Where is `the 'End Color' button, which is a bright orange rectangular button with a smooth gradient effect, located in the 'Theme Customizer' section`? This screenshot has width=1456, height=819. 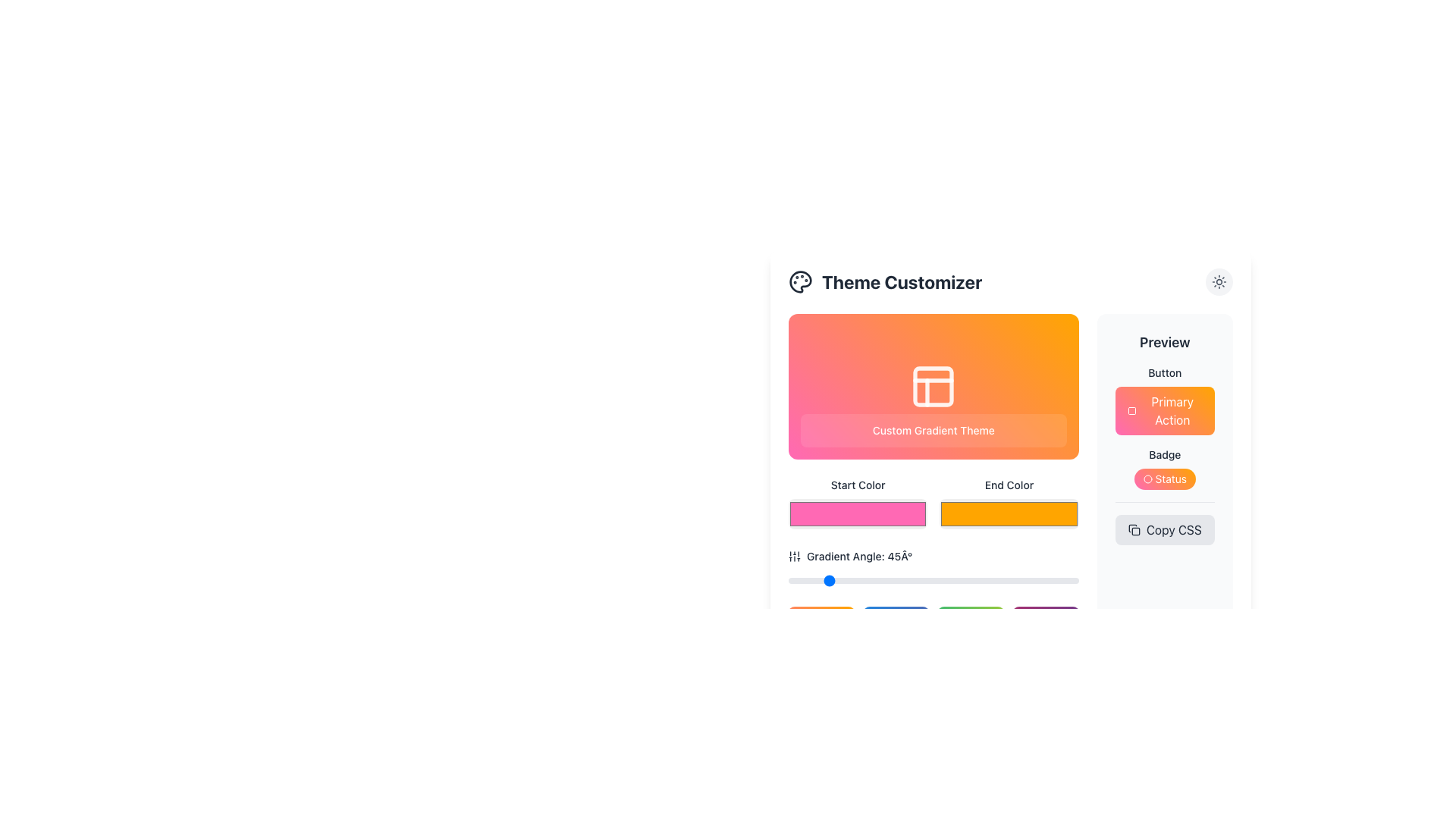 the 'End Color' button, which is a bright orange rectangular button with a smooth gradient effect, located in the 'Theme Customizer' section is located at coordinates (1011, 491).